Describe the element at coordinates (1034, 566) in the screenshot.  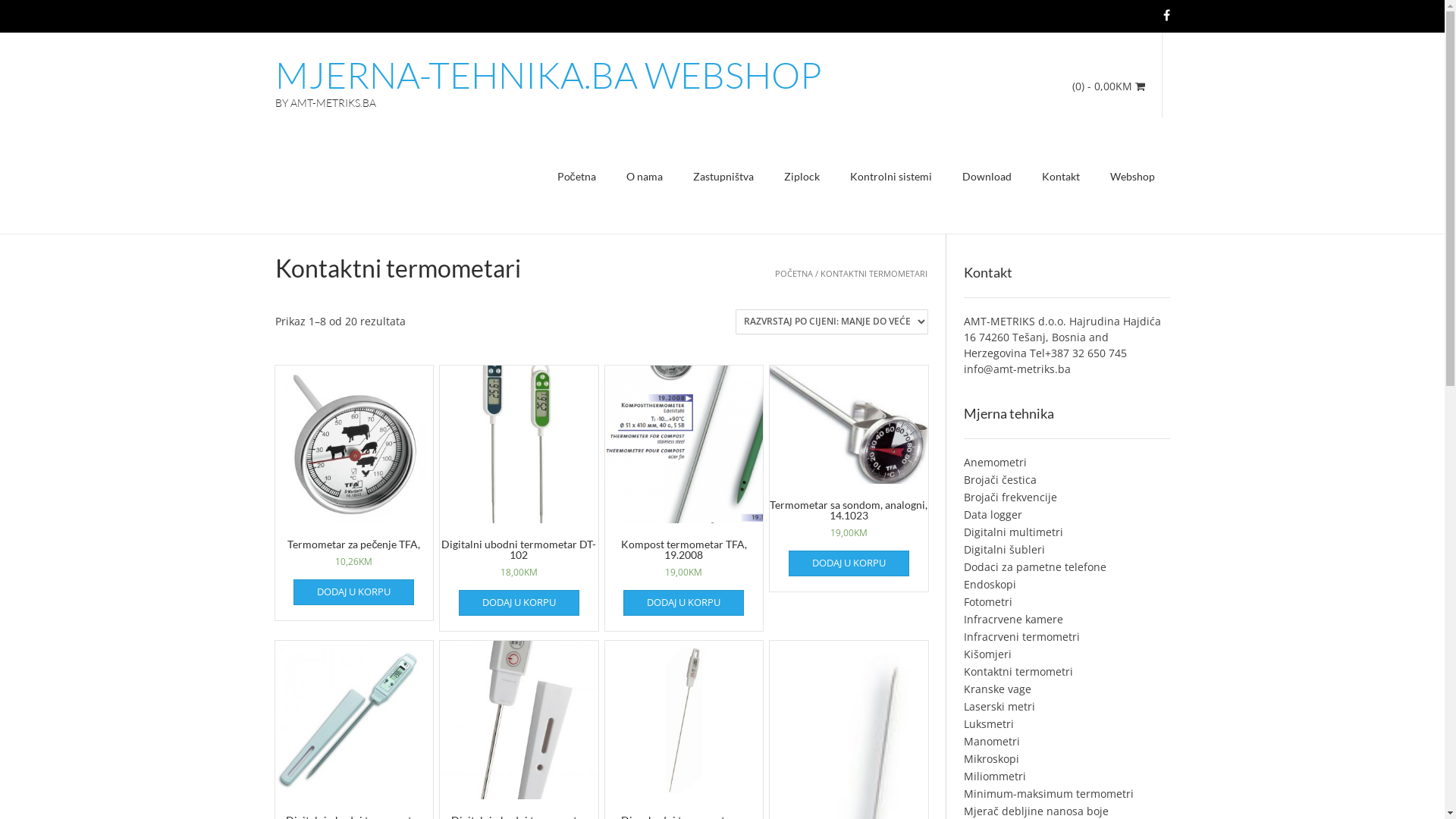
I see `'Dodaci za pametne telefone'` at that location.